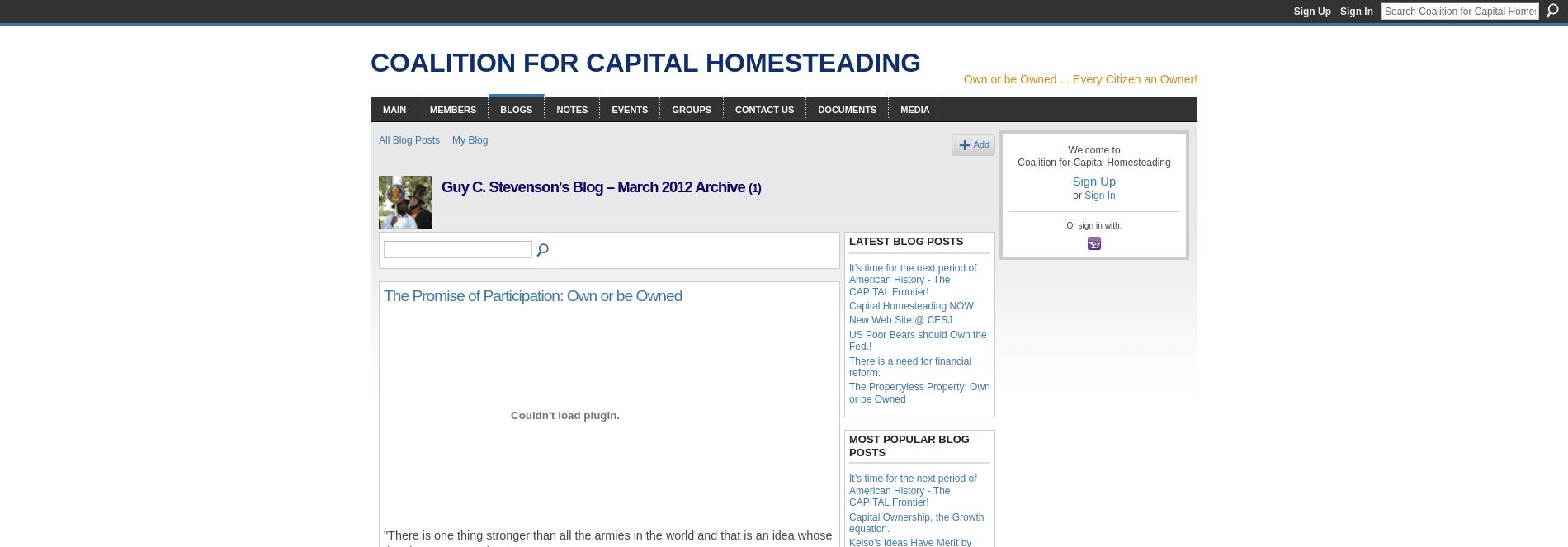  What do you see at coordinates (1078, 196) in the screenshot?
I see `'or'` at bounding box center [1078, 196].